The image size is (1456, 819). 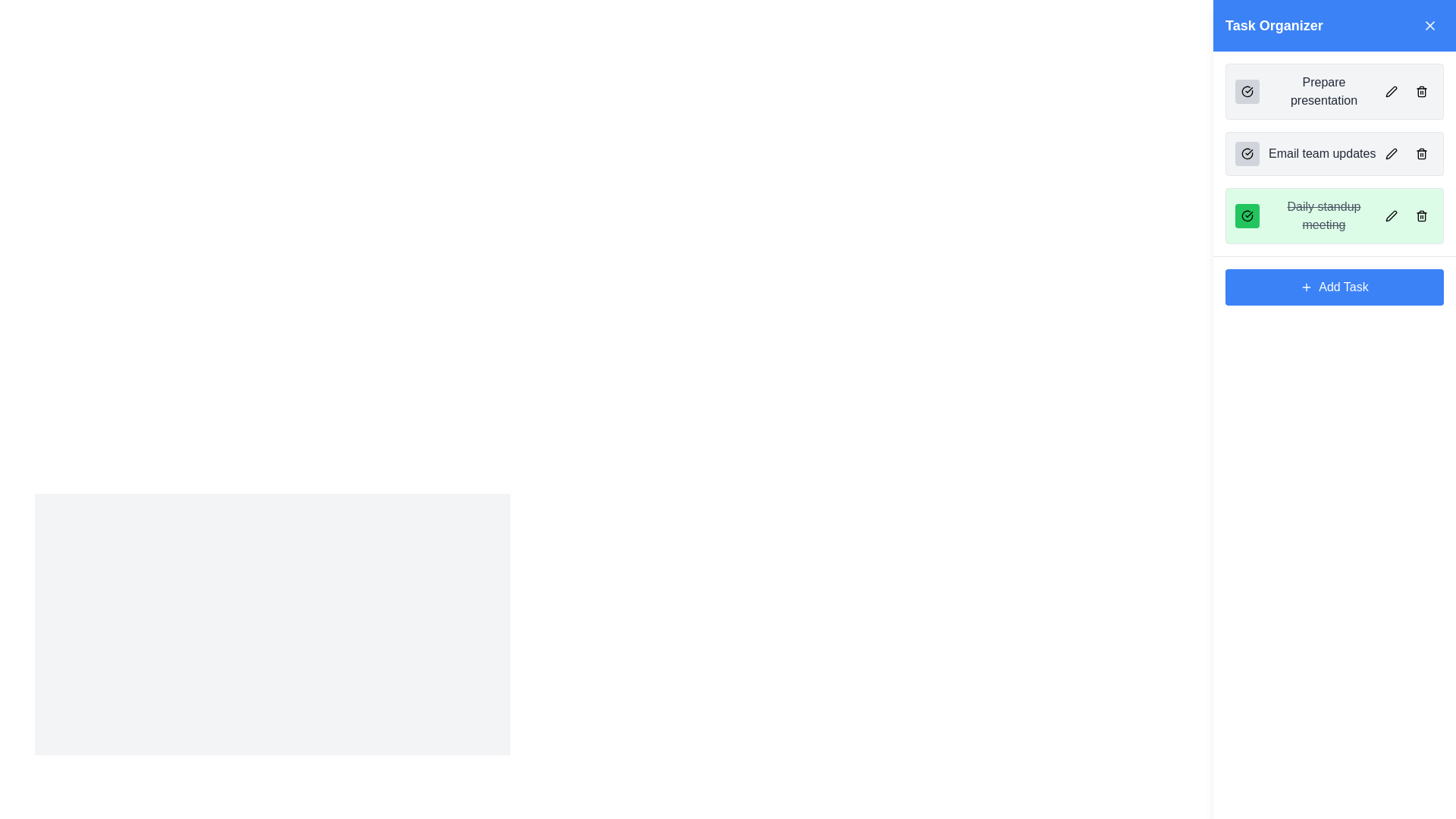 What do you see at coordinates (1247, 154) in the screenshot?
I see `the checkbox indicator for the task labeled 'Email team updates'` at bounding box center [1247, 154].